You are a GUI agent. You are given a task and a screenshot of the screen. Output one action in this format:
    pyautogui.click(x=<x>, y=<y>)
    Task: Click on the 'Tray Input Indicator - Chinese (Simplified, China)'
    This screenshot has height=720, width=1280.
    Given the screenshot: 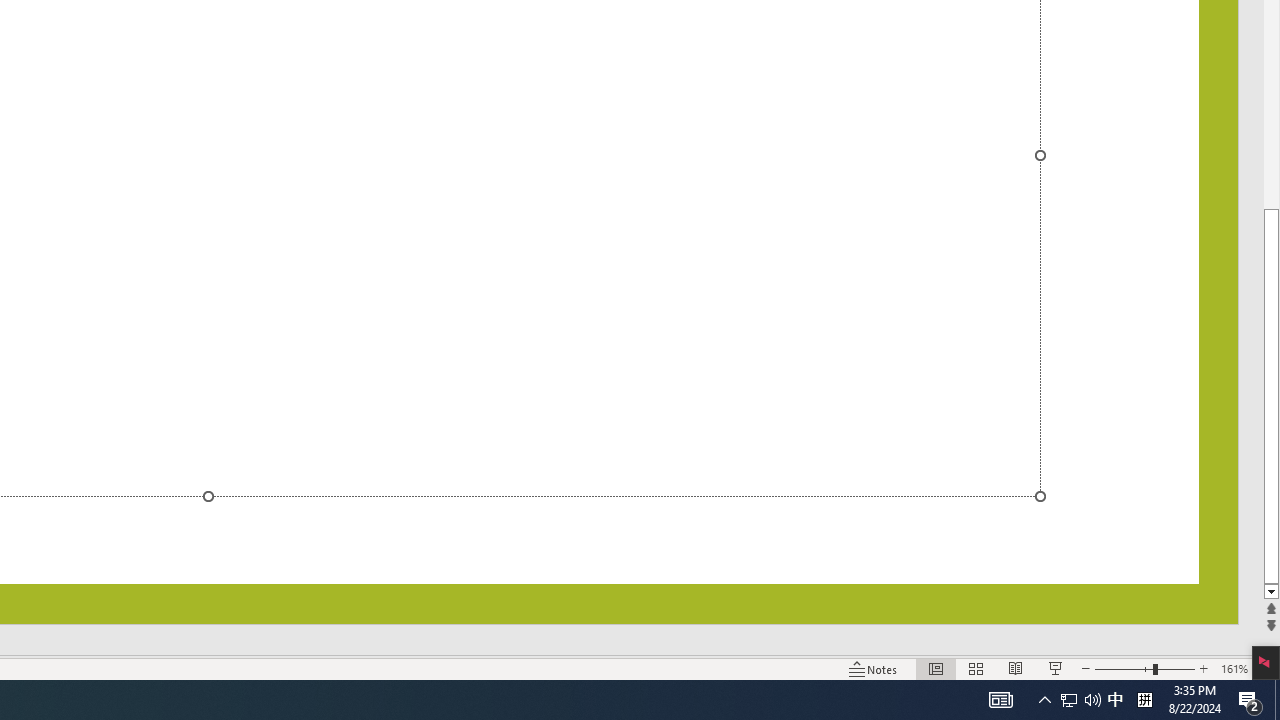 What is the action you would take?
    pyautogui.click(x=1144, y=698)
    